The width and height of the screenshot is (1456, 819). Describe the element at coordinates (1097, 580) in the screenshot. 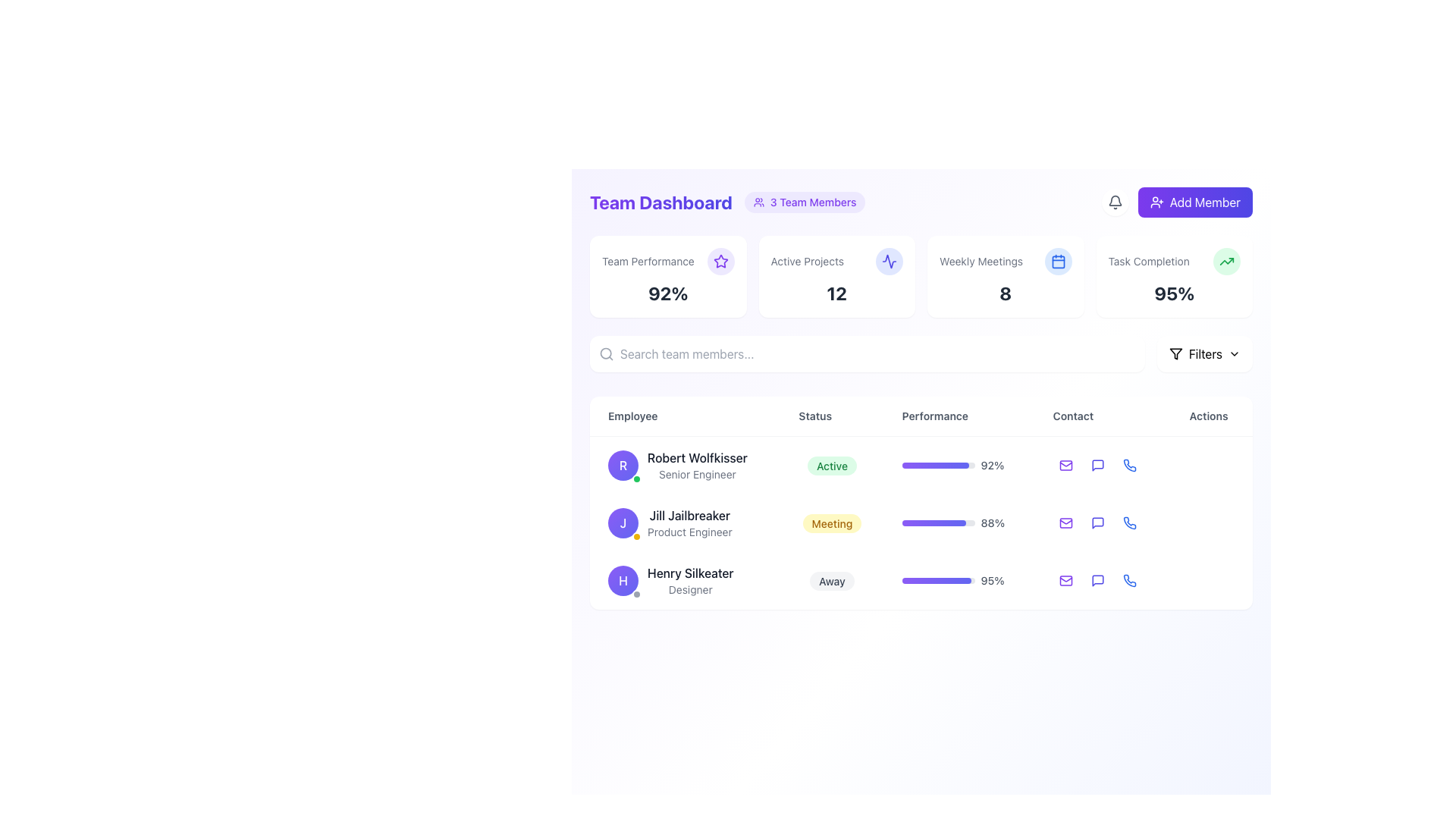

I see `the small, square-shaped button with a speech bubble icon in indigo color, located in the actions column of the third row, between the email icon button and the phone icon button, to observe a hover effect` at that location.